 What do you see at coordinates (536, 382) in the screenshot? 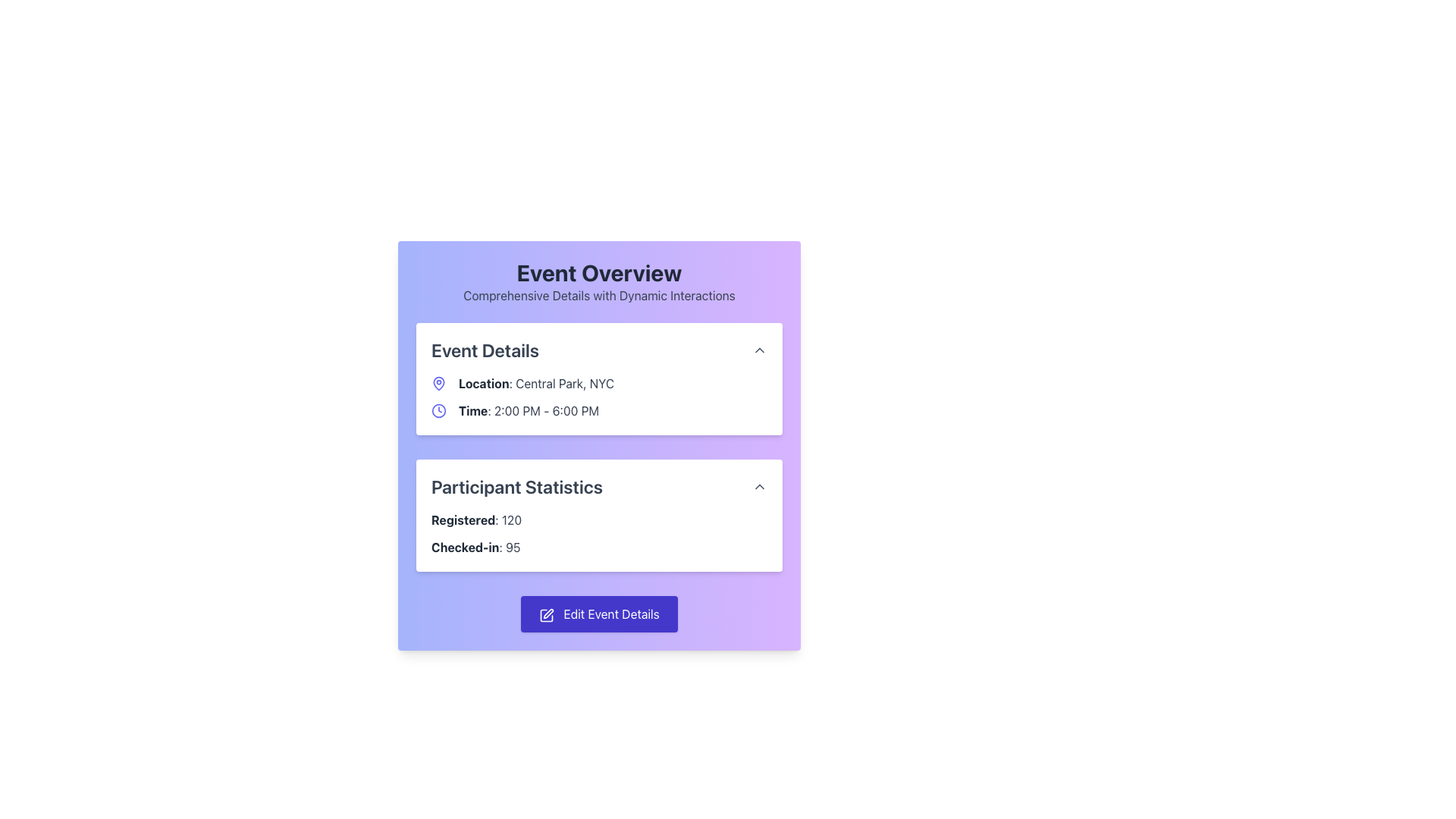
I see `text element displaying 'Location: Central Park, NYC' located in the 'Event Details' section, just beneath the title 'Event Details'` at bounding box center [536, 382].